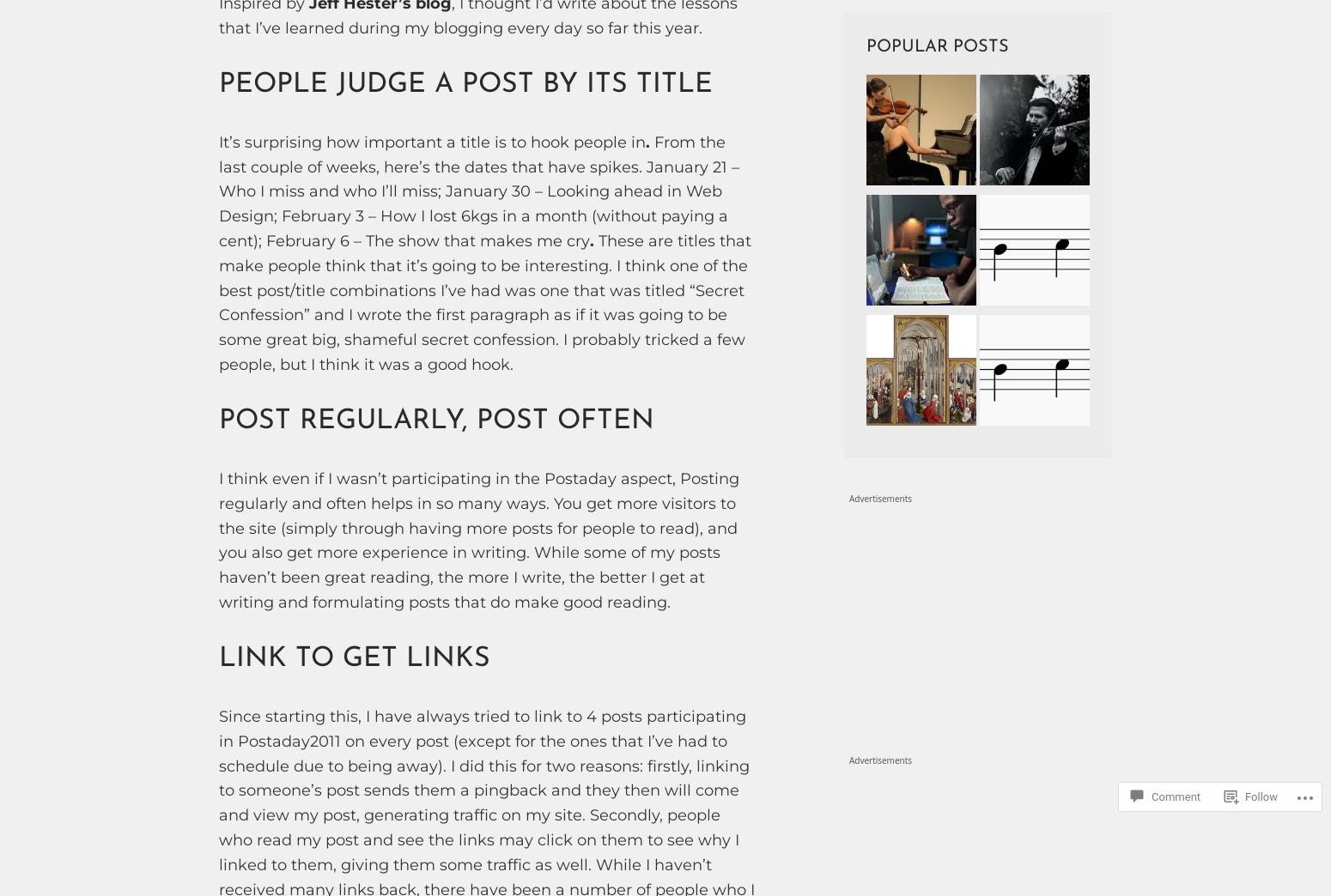 Image resolution: width=1331 pixels, height=896 pixels. Describe the element at coordinates (355, 660) in the screenshot. I see `'Link to get links'` at that location.